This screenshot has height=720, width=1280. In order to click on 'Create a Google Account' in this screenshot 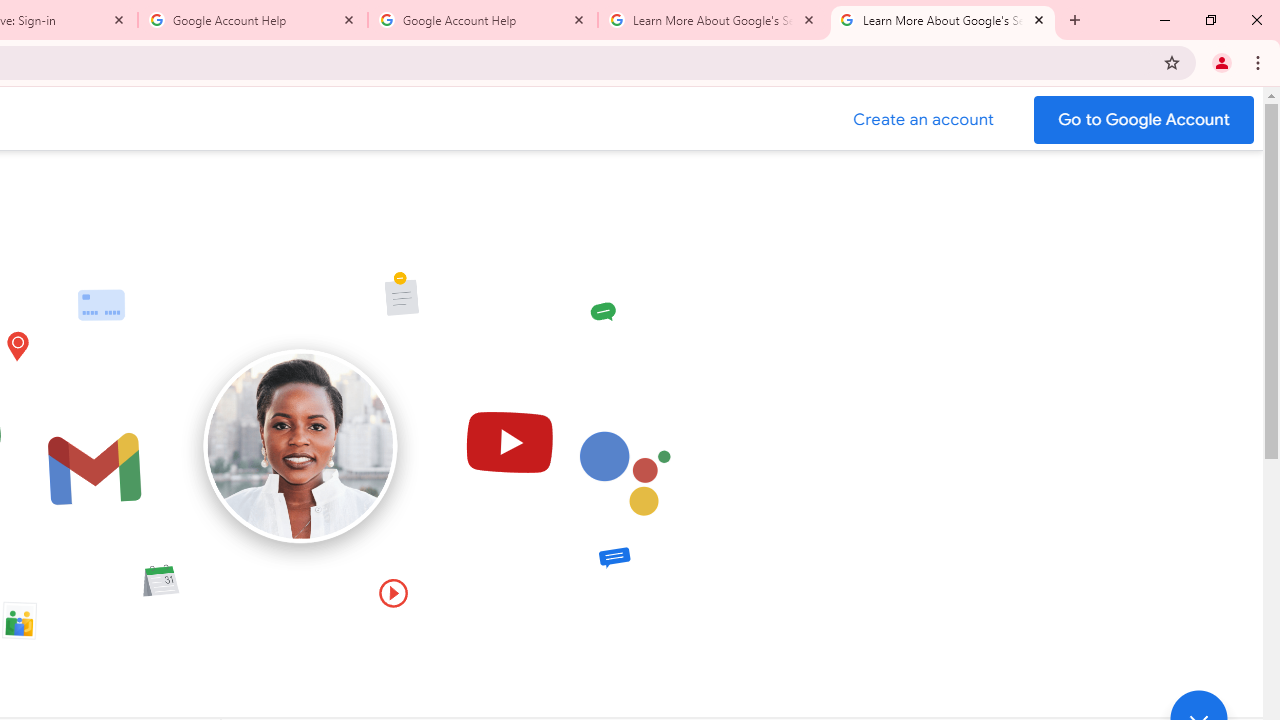, I will do `click(923, 119)`.